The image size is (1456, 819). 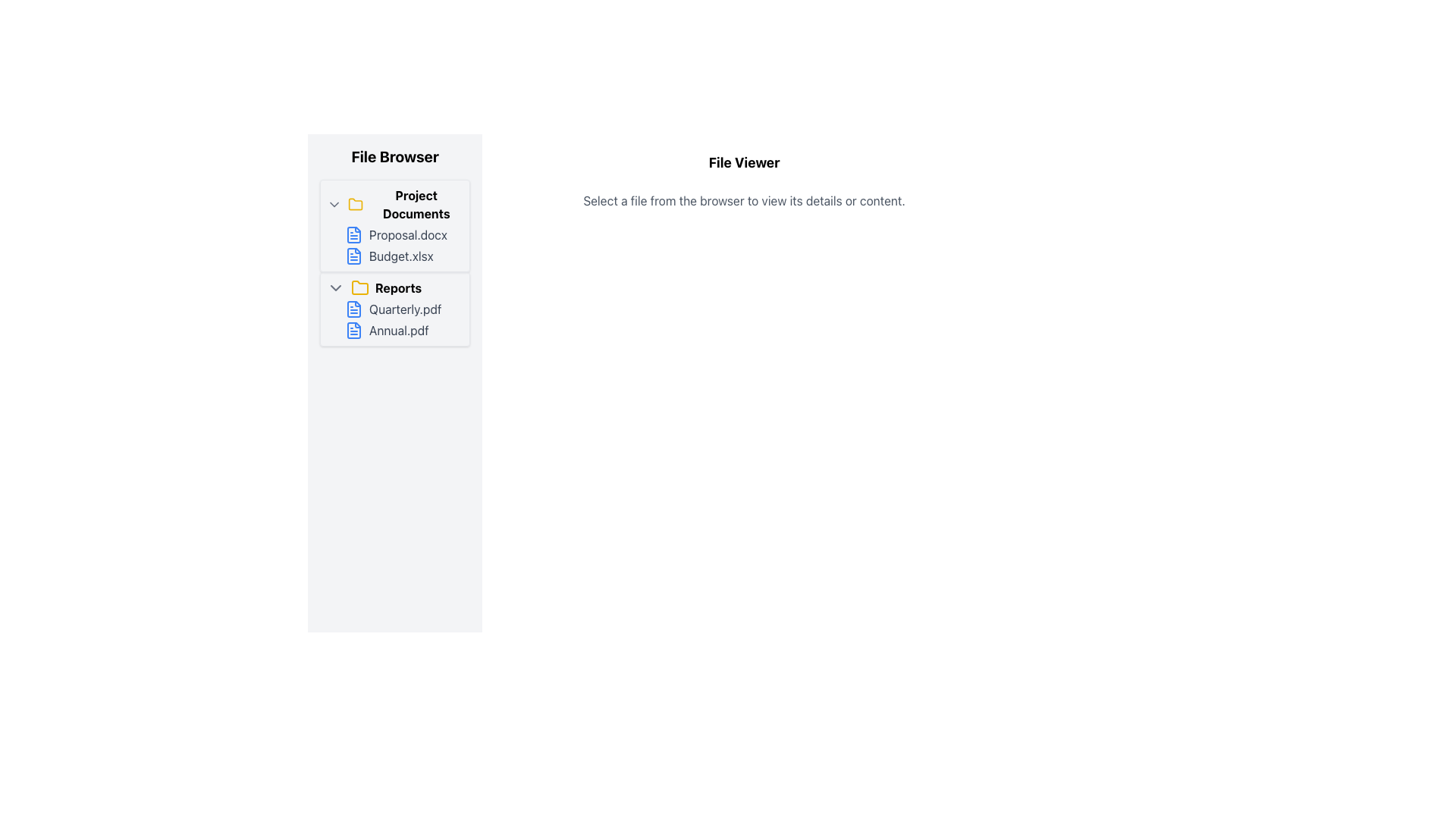 I want to click on the 'Reports' folder entry, which is visually distinct with a yellow folder icon and bold black text, so click(x=395, y=288).